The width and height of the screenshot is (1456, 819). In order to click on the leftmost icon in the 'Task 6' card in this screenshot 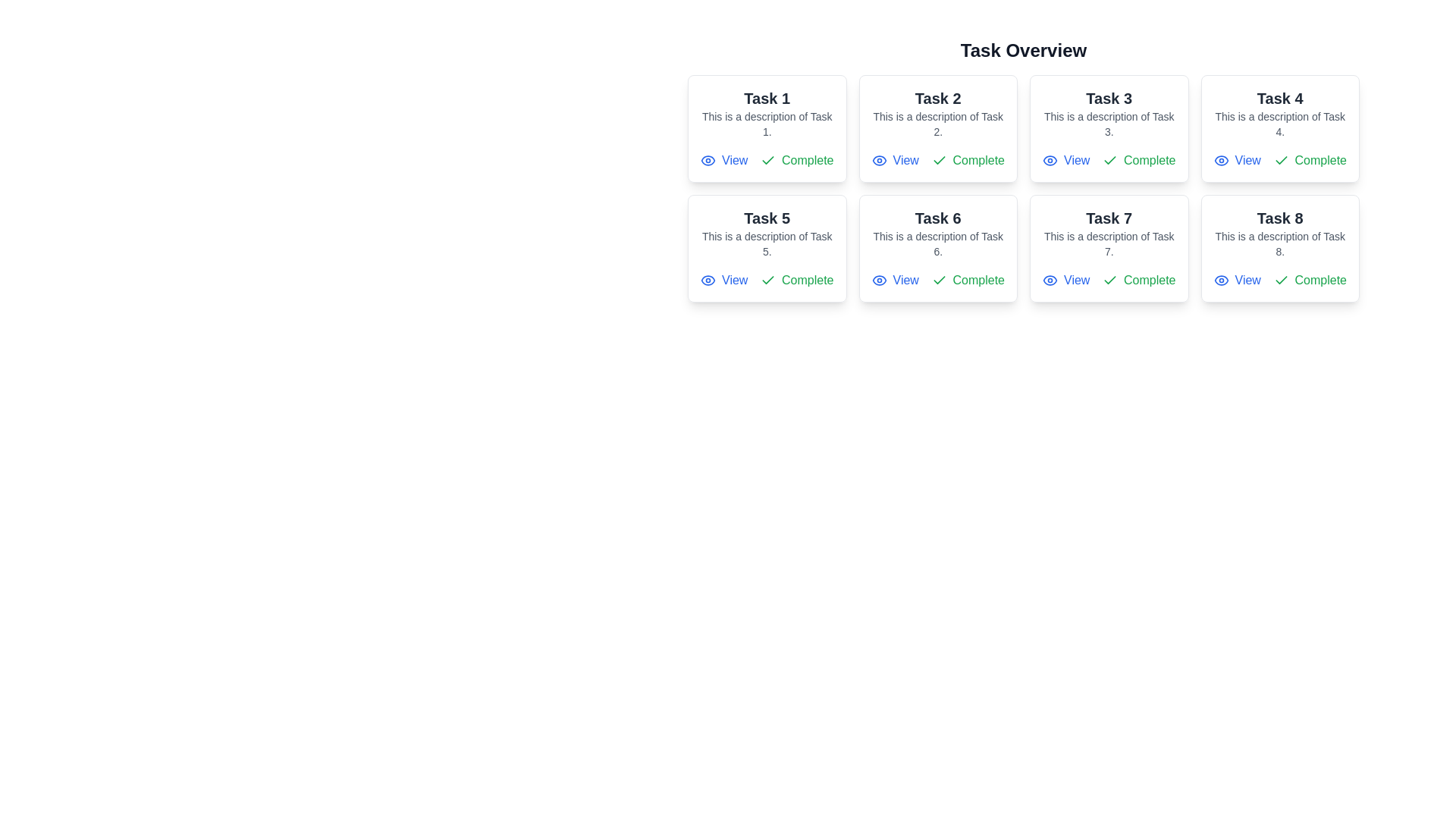, I will do `click(879, 281)`.